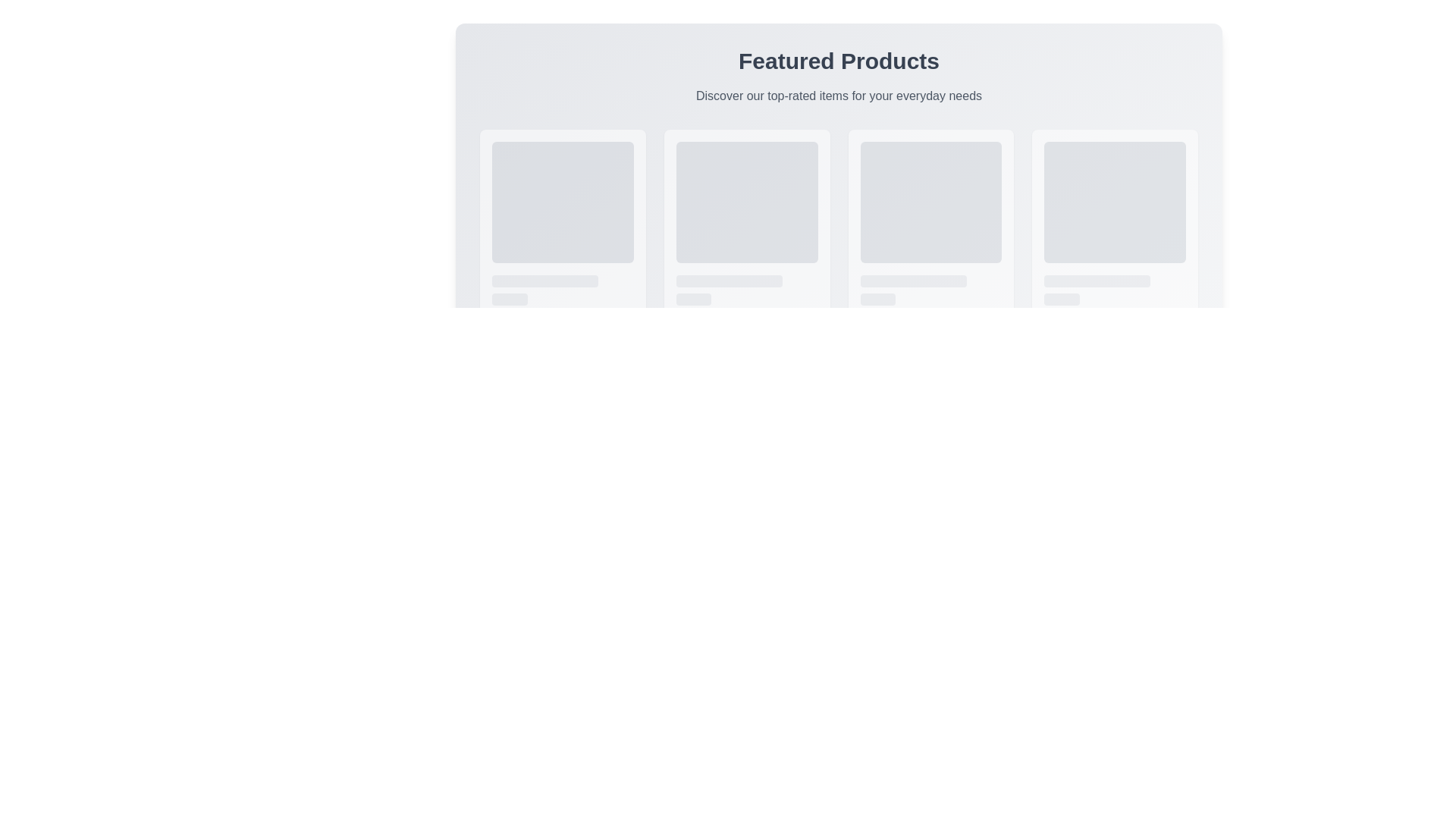 This screenshot has height=819, width=1456. Describe the element at coordinates (838, 96) in the screenshot. I see `the static text element located directly beneath the 'Featured Products' heading to enhance user experience` at that location.